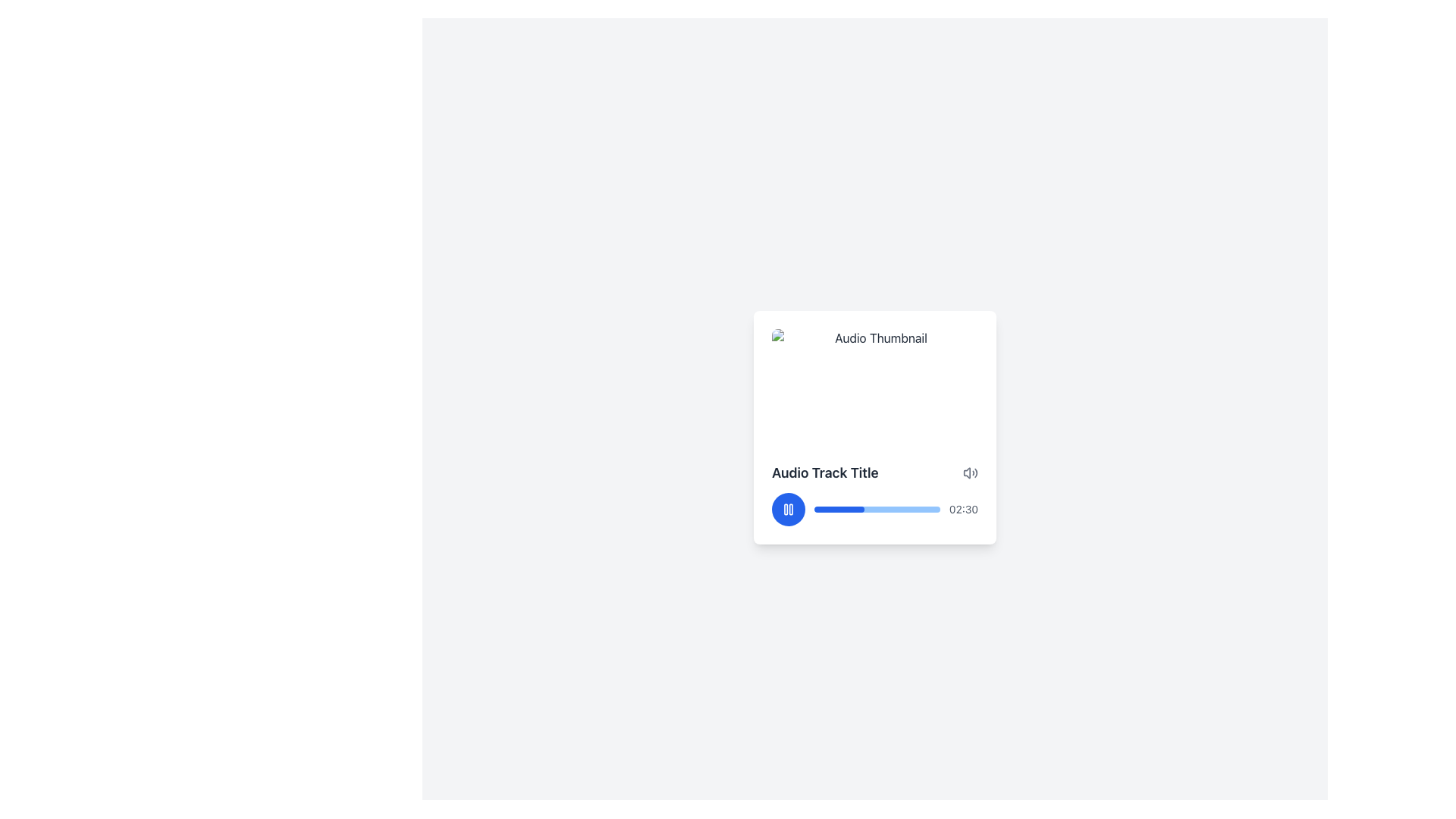 This screenshot has height=819, width=1456. Describe the element at coordinates (884, 509) in the screenshot. I see `audio track progress` at that location.